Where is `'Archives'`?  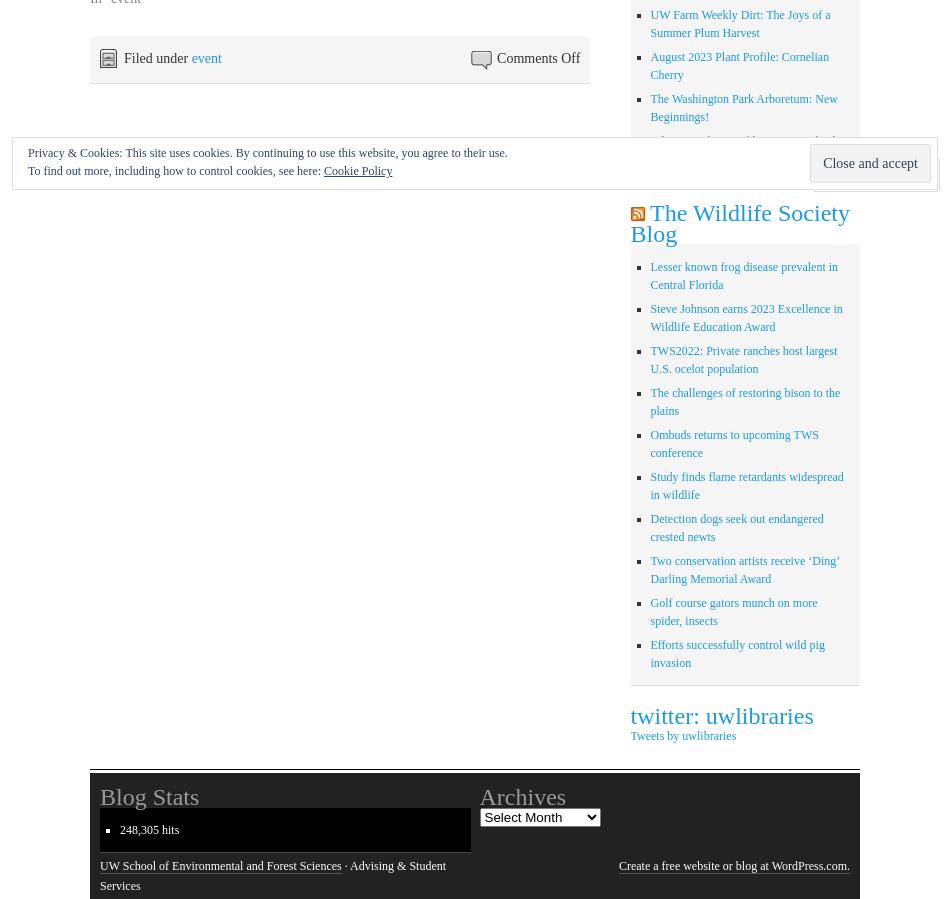
'Archives' is located at coordinates (522, 795).